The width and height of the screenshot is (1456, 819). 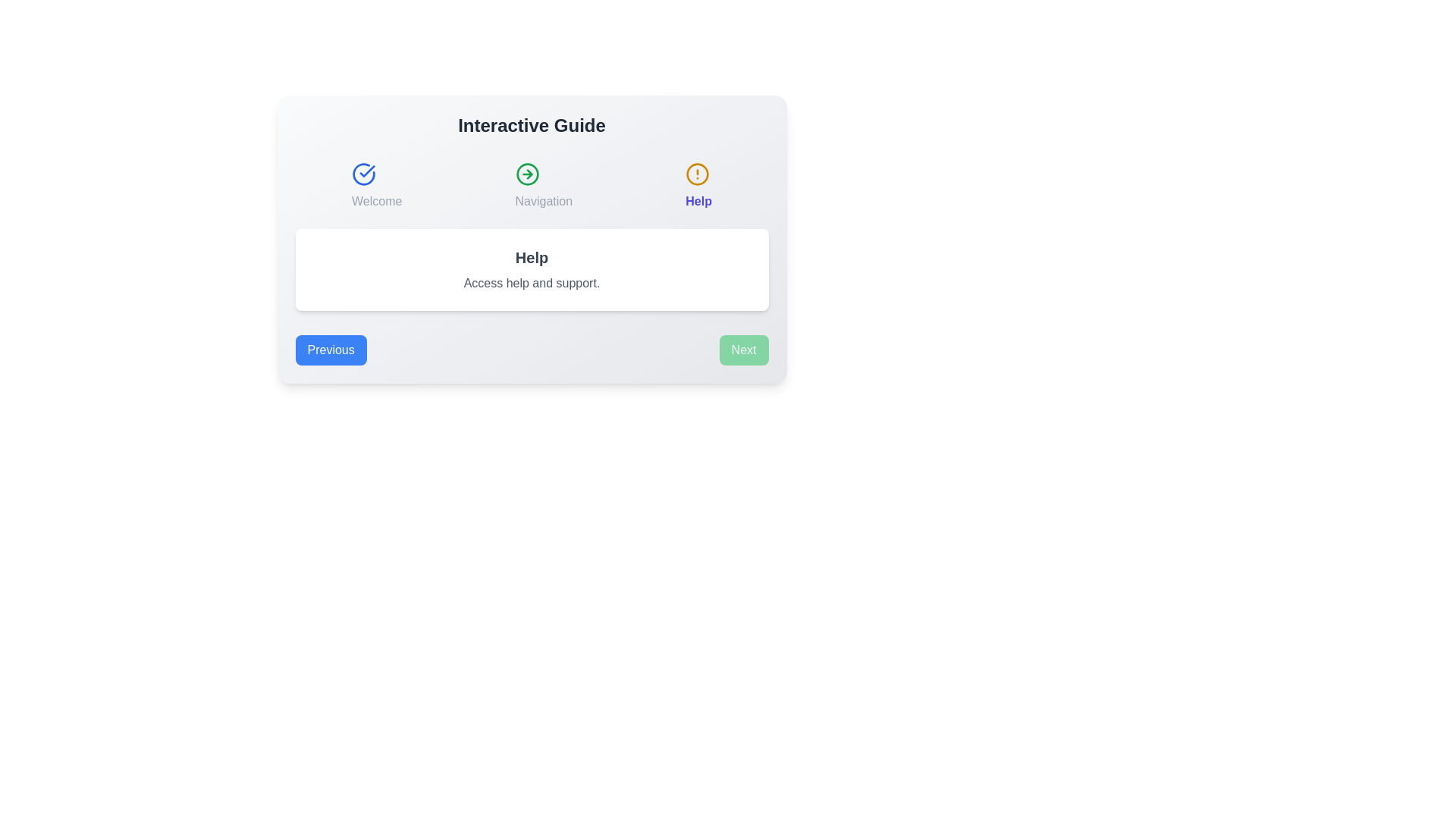 What do you see at coordinates (532, 239) in the screenshot?
I see `the Informational Card that displays 'Help' as the title and 'Access help and support.' as the subtitle, which is centrally located in the interface` at bounding box center [532, 239].